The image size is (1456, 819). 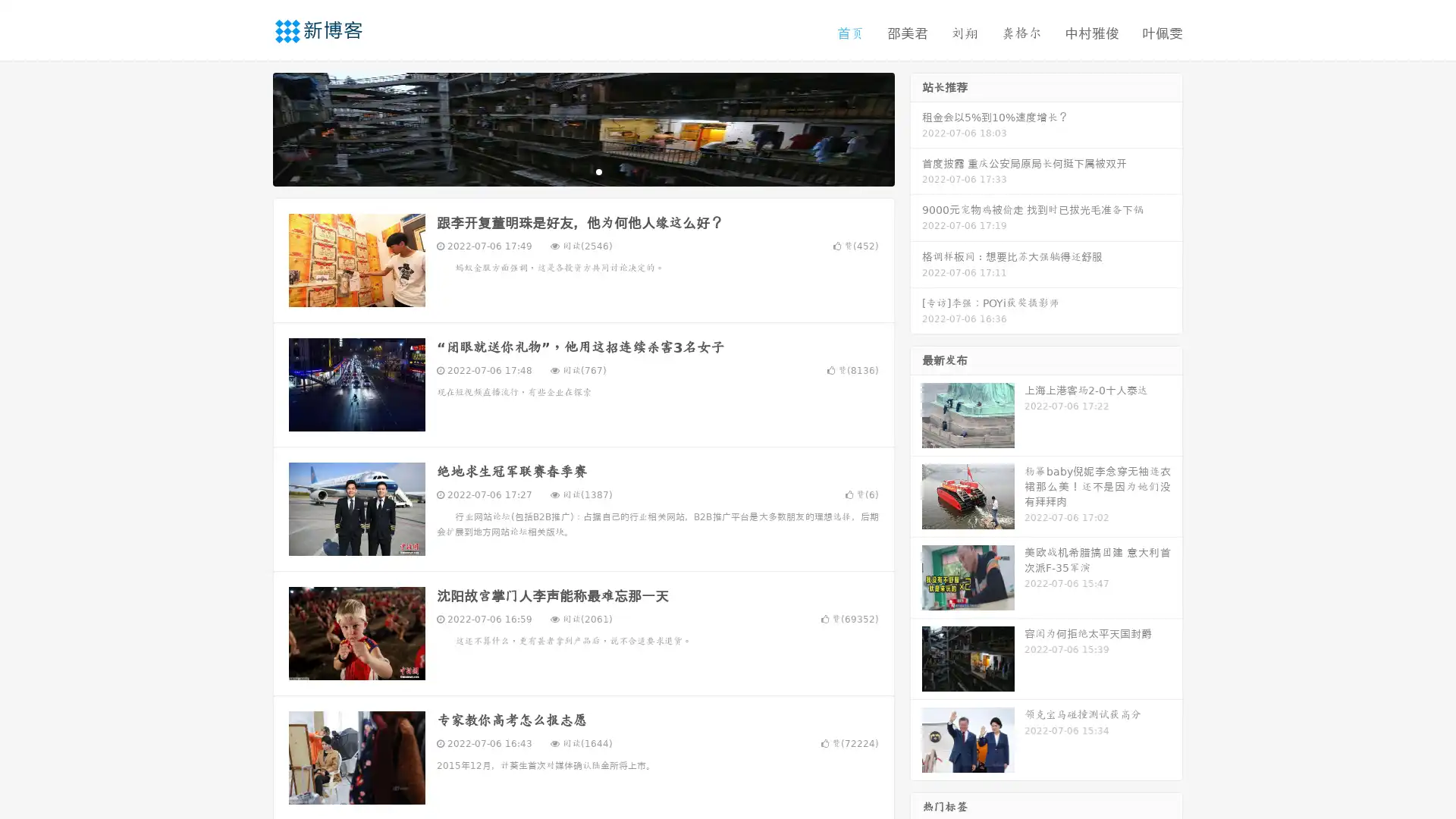 What do you see at coordinates (582, 171) in the screenshot?
I see `Go to slide 2` at bounding box center [582, 171].